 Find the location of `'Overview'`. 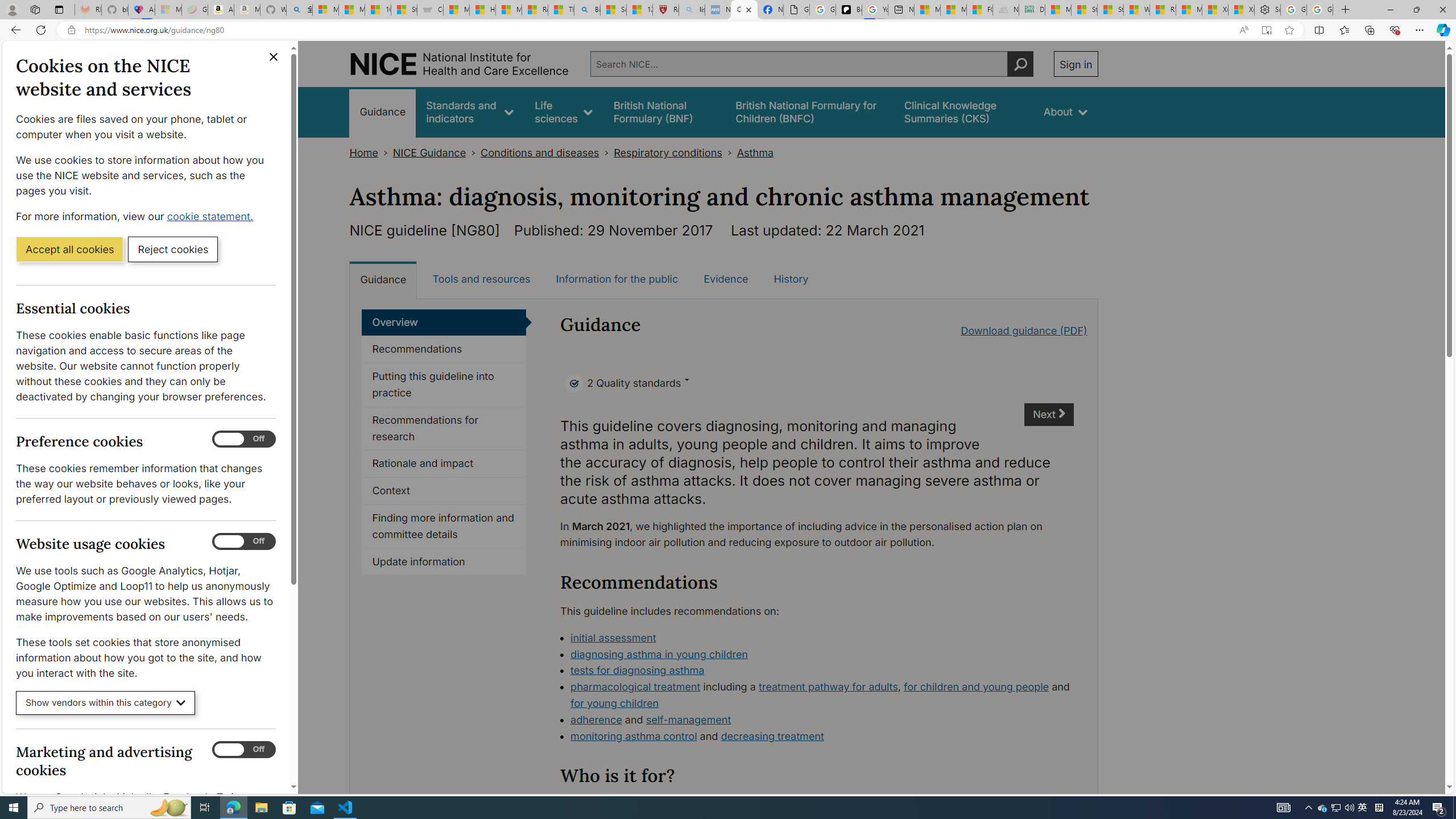

'Overview' is located at coordinates (443, 322).